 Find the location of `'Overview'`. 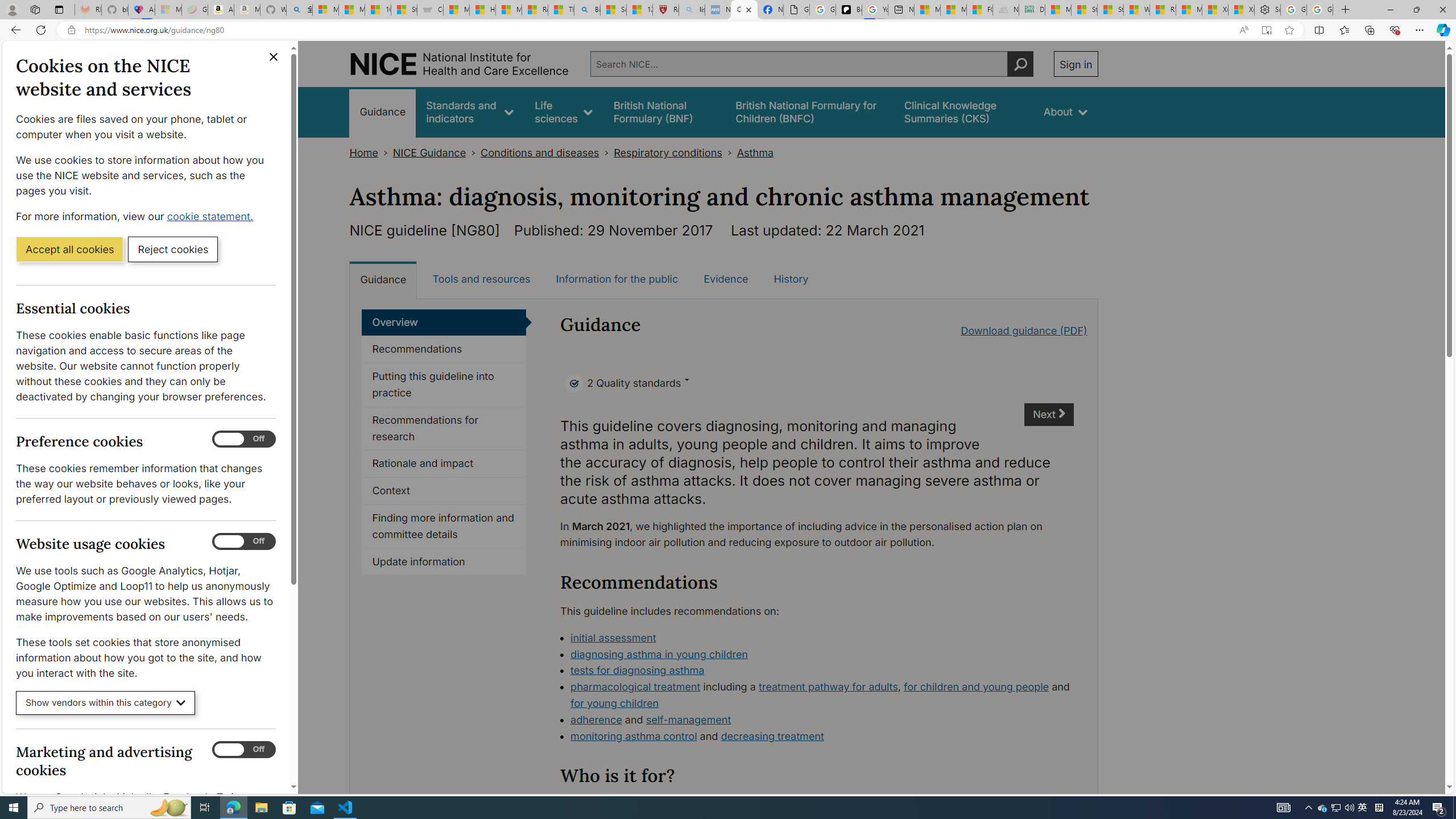

'Overview' is located at coordinates (443, 322).